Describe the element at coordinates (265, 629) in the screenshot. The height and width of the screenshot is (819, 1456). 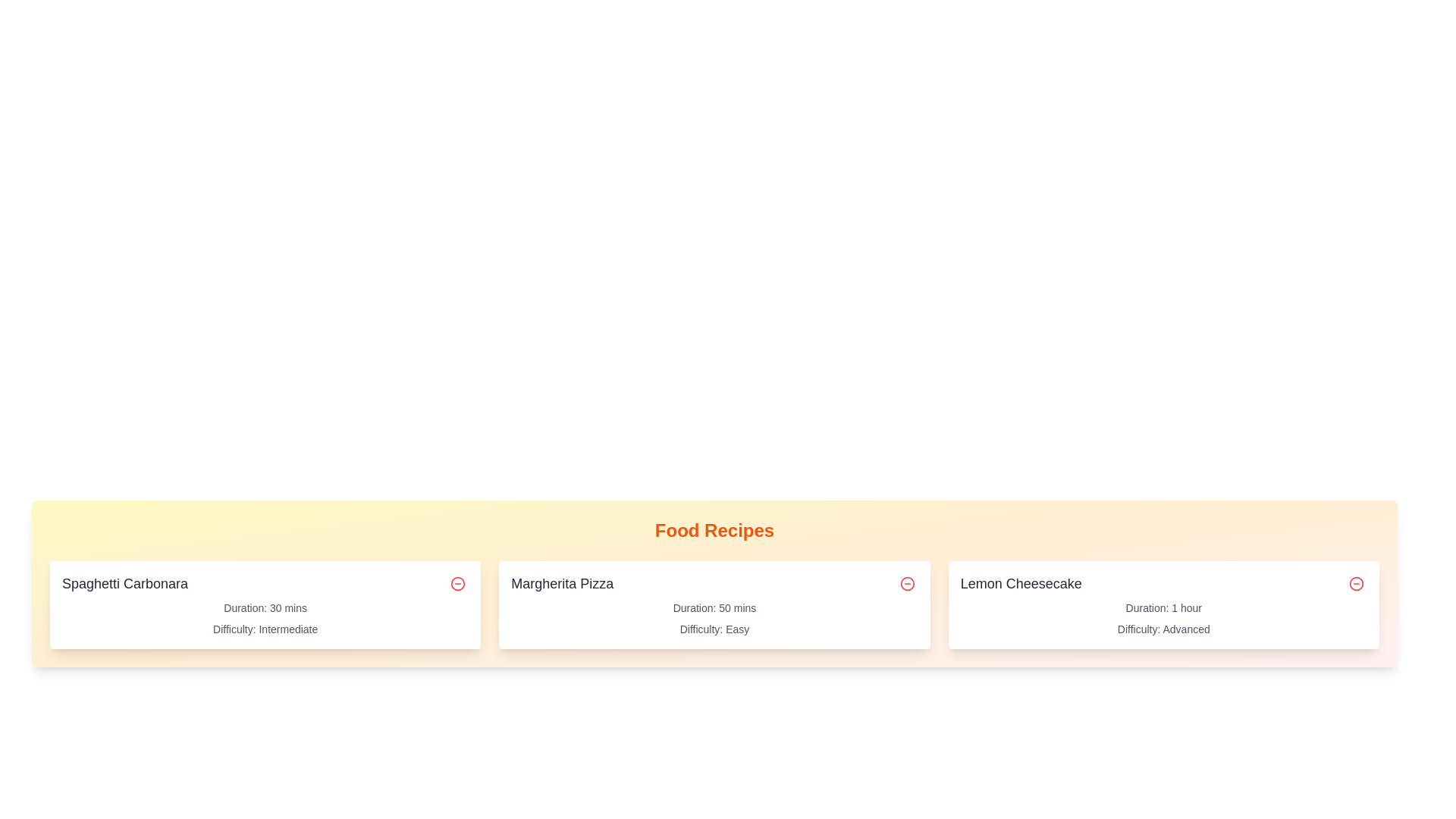
I see `the text label displaying 'Difficulty: Intermediate' in gray color, positioned below 'Duration: 30 mins' in the recipe card for 'Spaghetti Carbonara'` at that location.